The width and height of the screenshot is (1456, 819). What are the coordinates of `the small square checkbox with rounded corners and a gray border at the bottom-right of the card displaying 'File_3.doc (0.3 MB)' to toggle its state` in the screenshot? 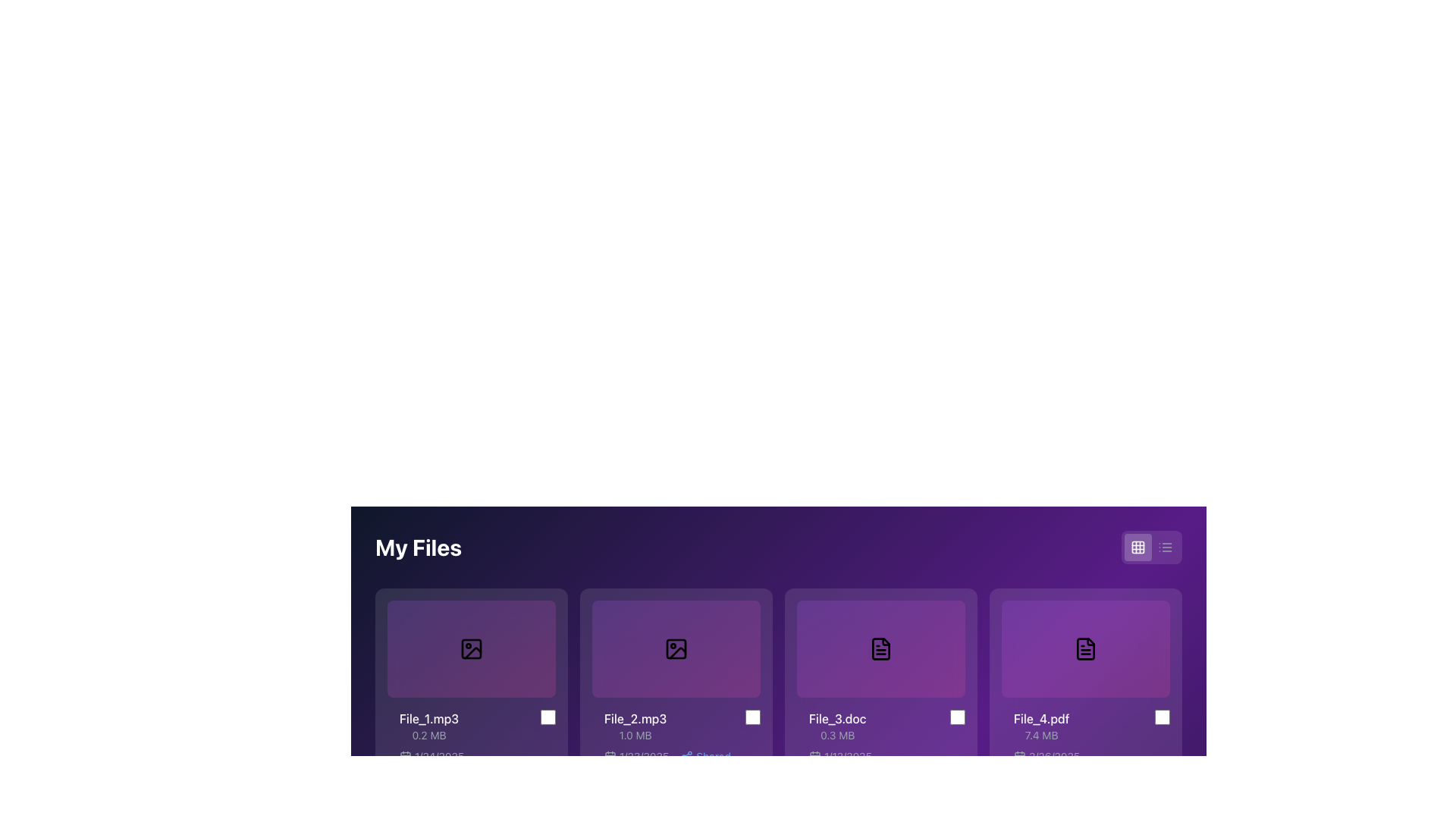 It's located at (956, 717).